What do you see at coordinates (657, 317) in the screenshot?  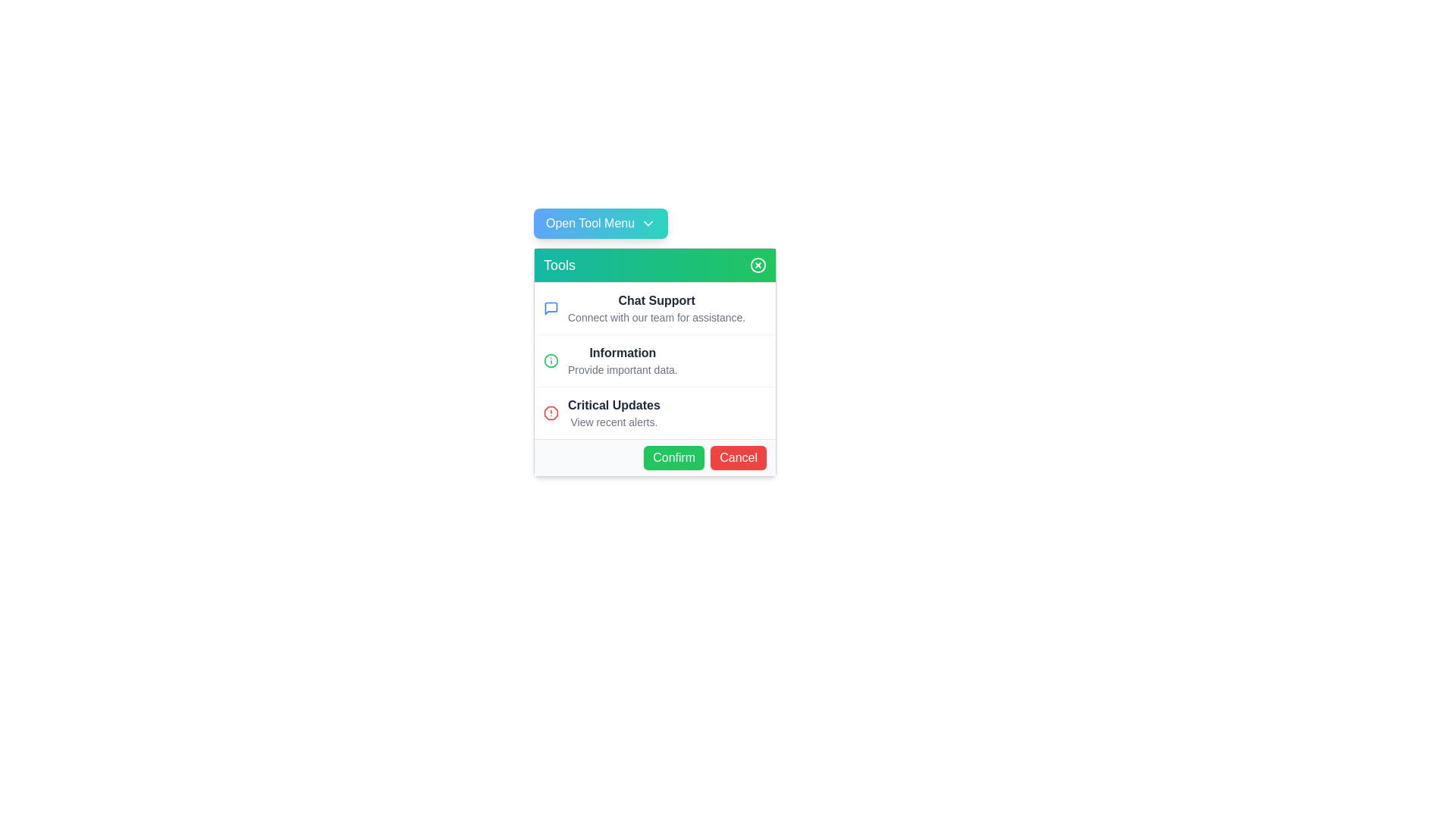 I see `the static text label displaying 'Connect with our team for assistance.' located beneath the 'Chat Support' title in the green 'Tools' panel` at bounding box center [657, 317].